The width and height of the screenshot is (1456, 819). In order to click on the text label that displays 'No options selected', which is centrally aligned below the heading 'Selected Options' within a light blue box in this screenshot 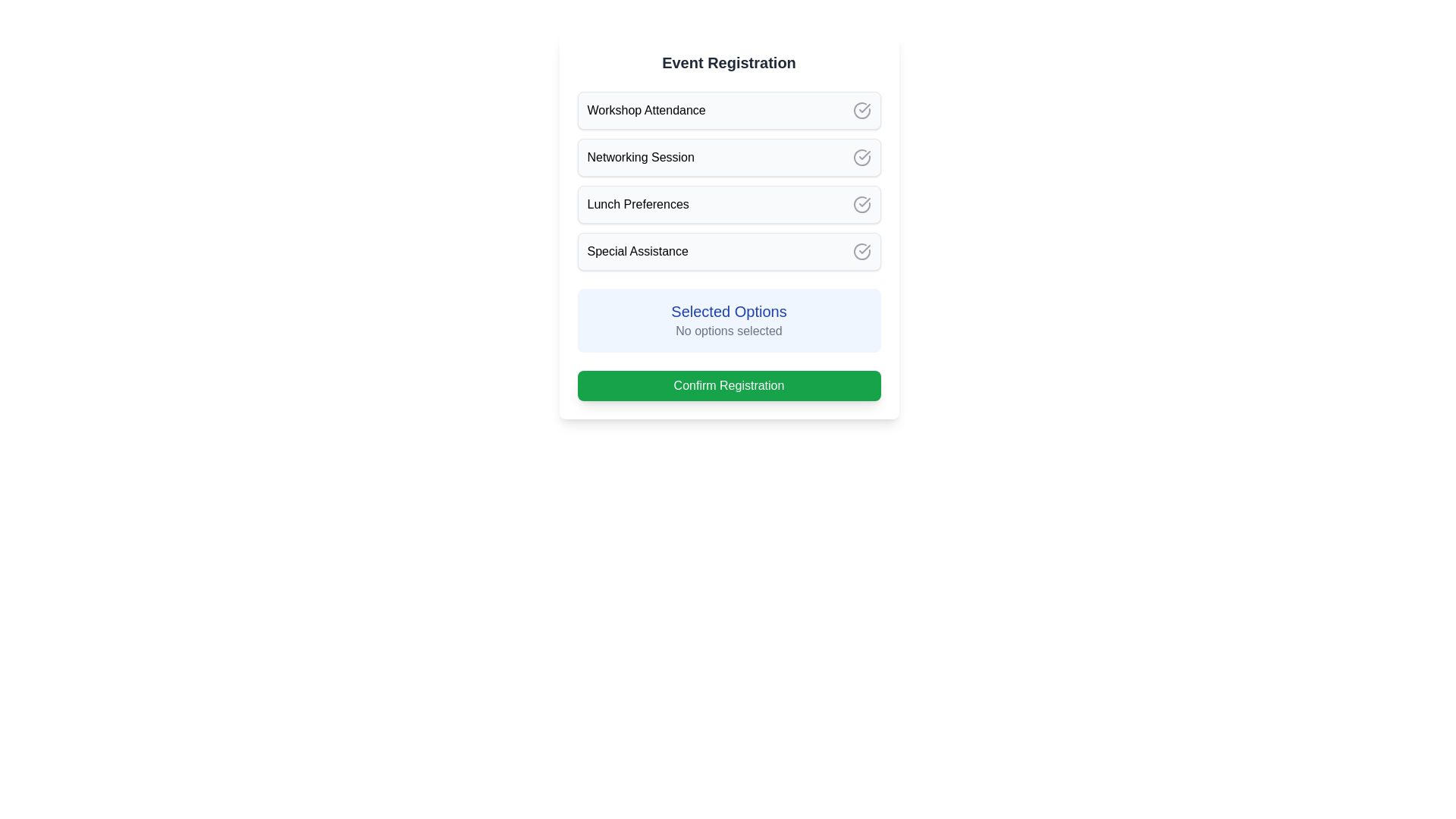, I will do `click(729, 330)`.